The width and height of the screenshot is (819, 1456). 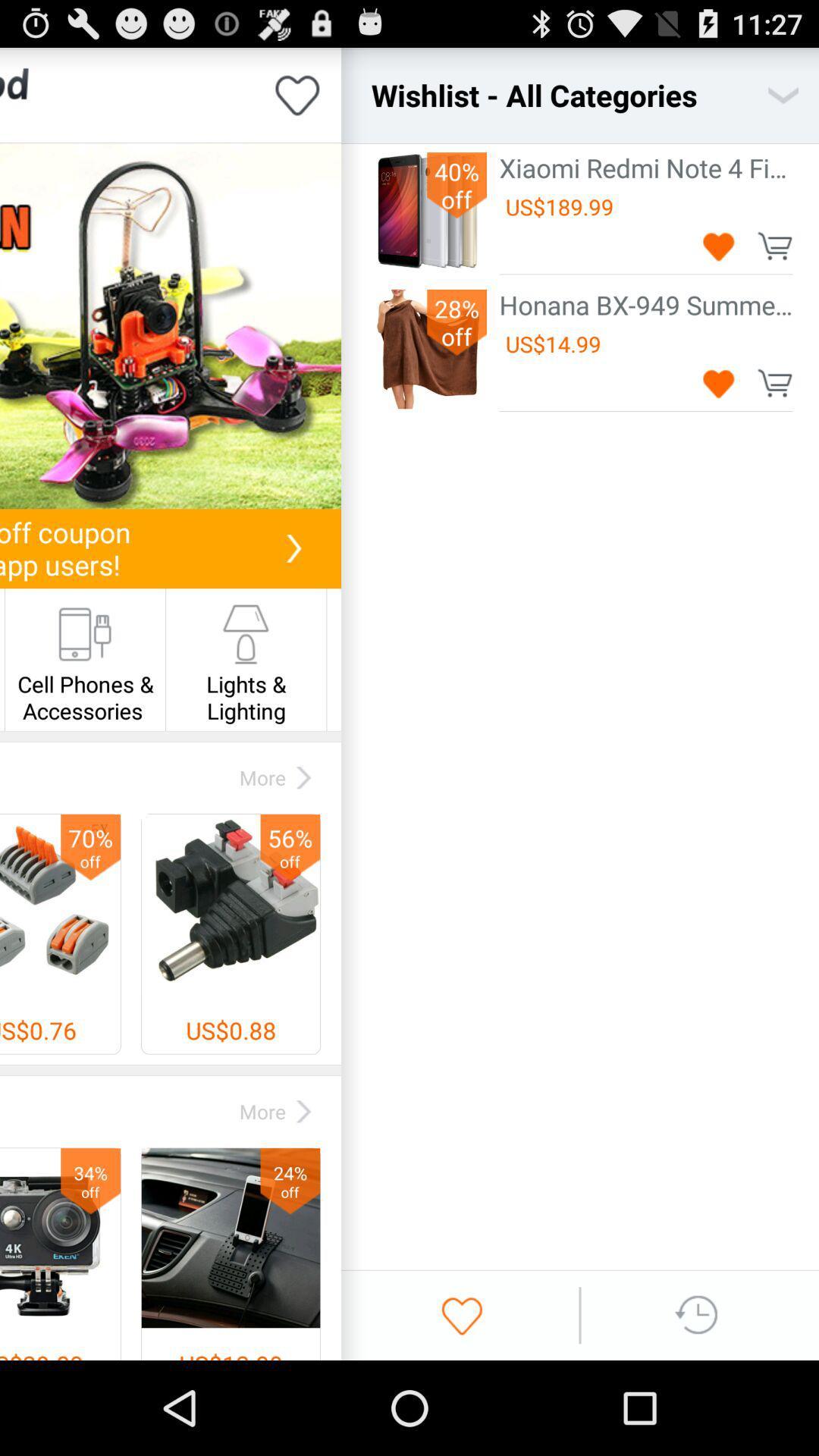 What do you see at coordinates (170, 325) in the screenshot?
I see `product` at bounding box center [170, 325].